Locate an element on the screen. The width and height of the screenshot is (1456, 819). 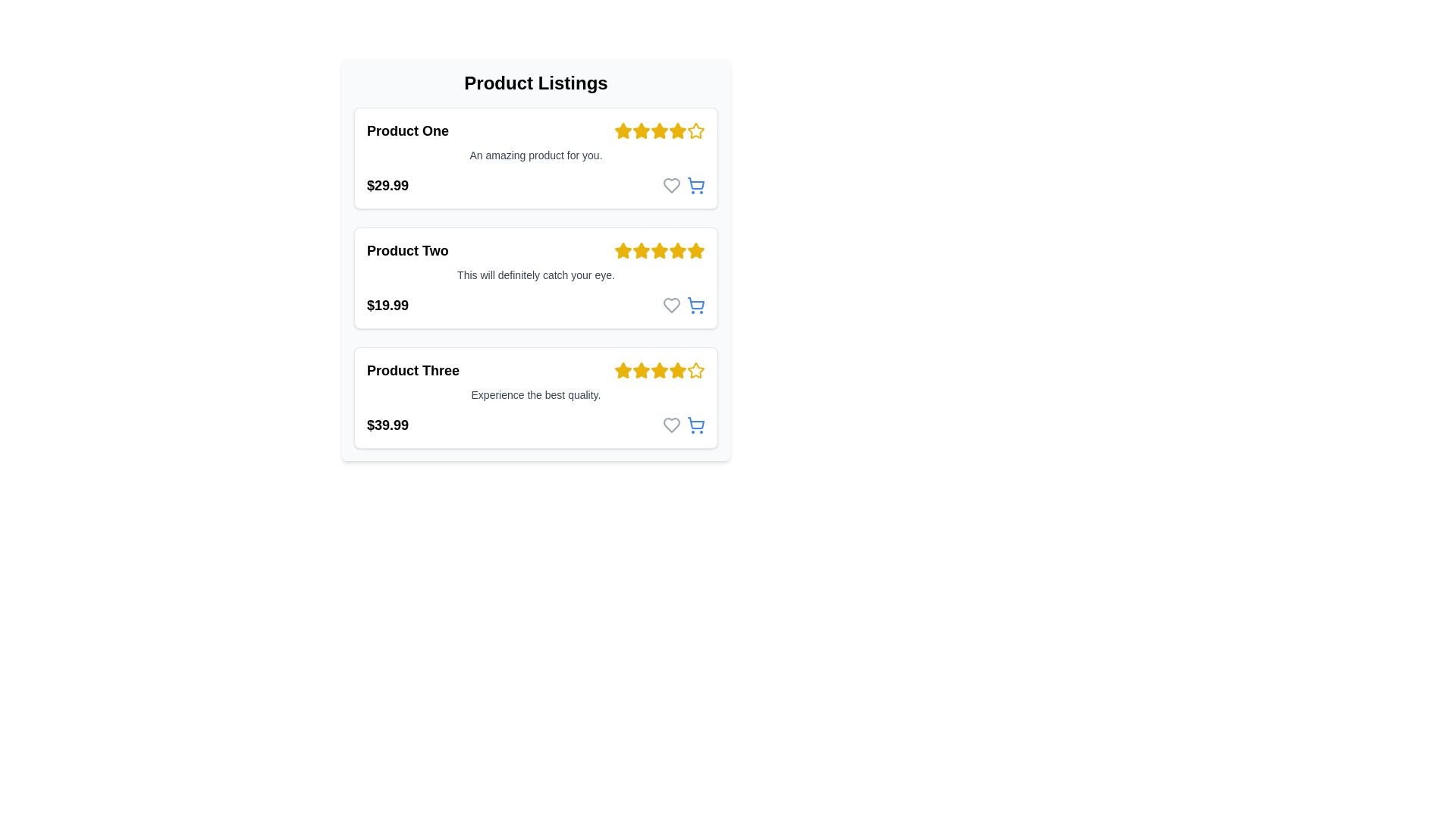
the icon group consisting of a gray heart and a blue shopping cart located in the second product listing of the 'Product Listings' section is located at coordinates (683, 305).